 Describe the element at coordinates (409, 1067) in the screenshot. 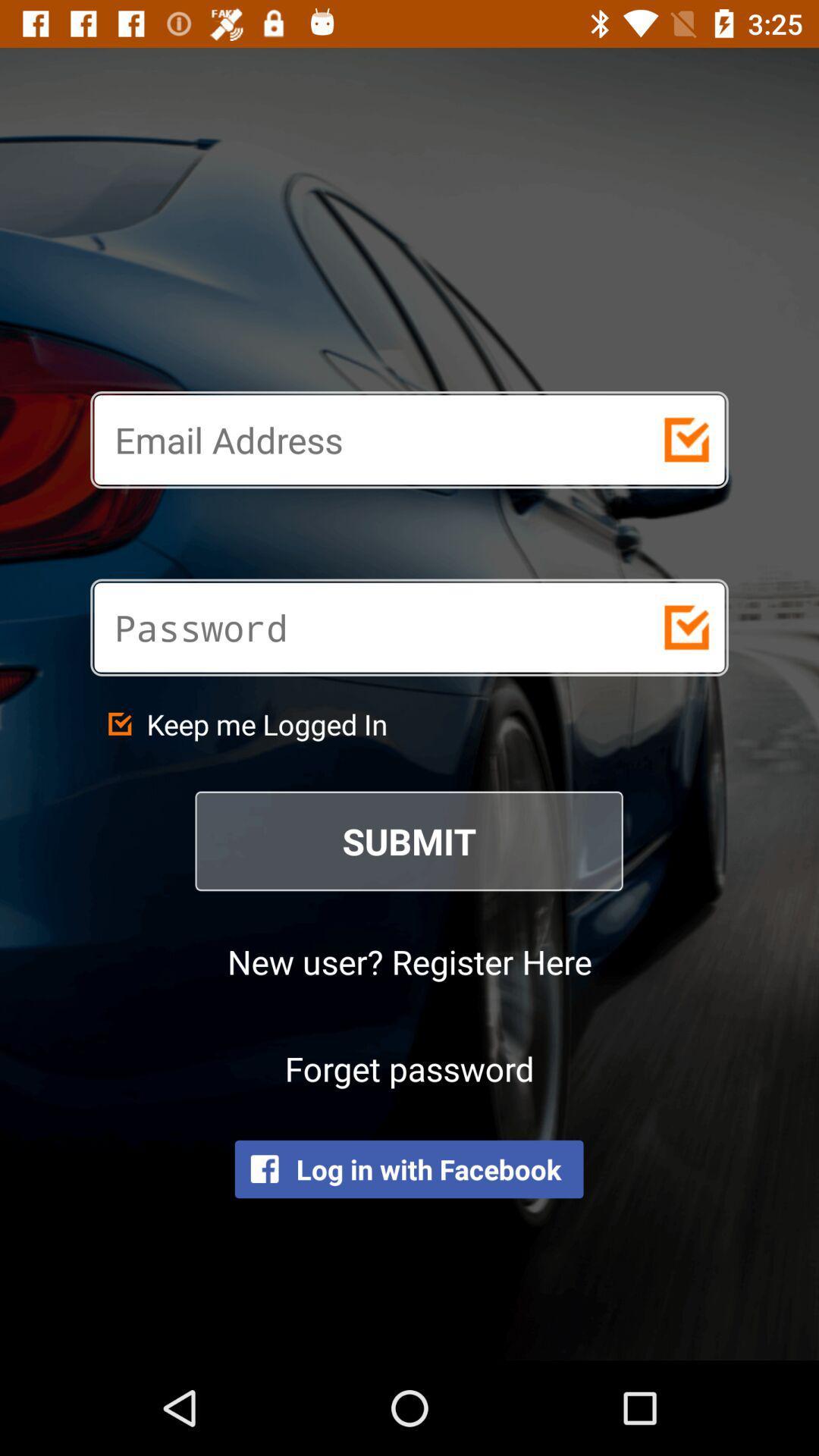

I see `forget password` at that location.